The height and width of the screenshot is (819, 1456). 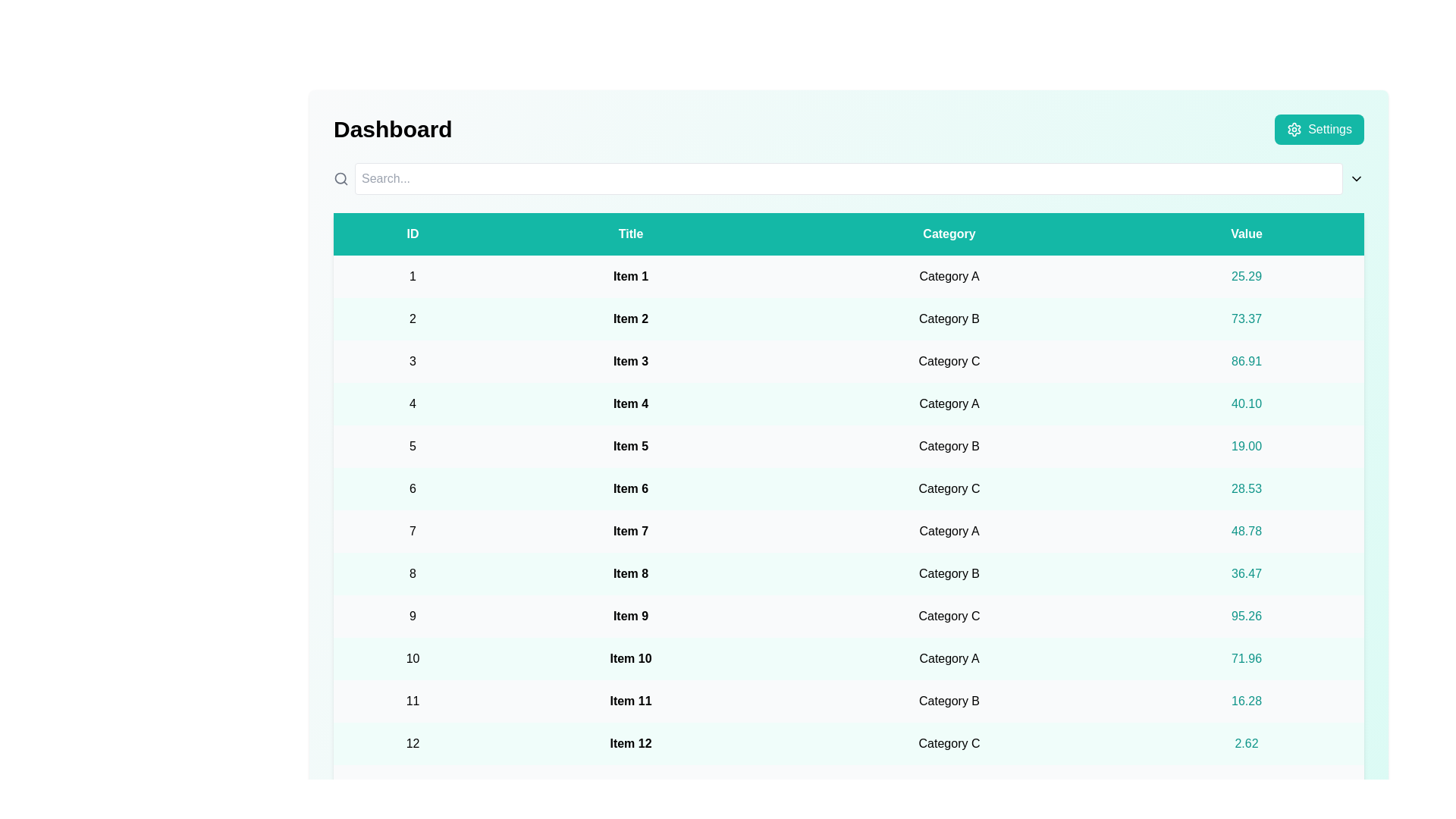 I want to click on the 'ChevronDown' icon next to the search input, so click(x=1357, y=177).